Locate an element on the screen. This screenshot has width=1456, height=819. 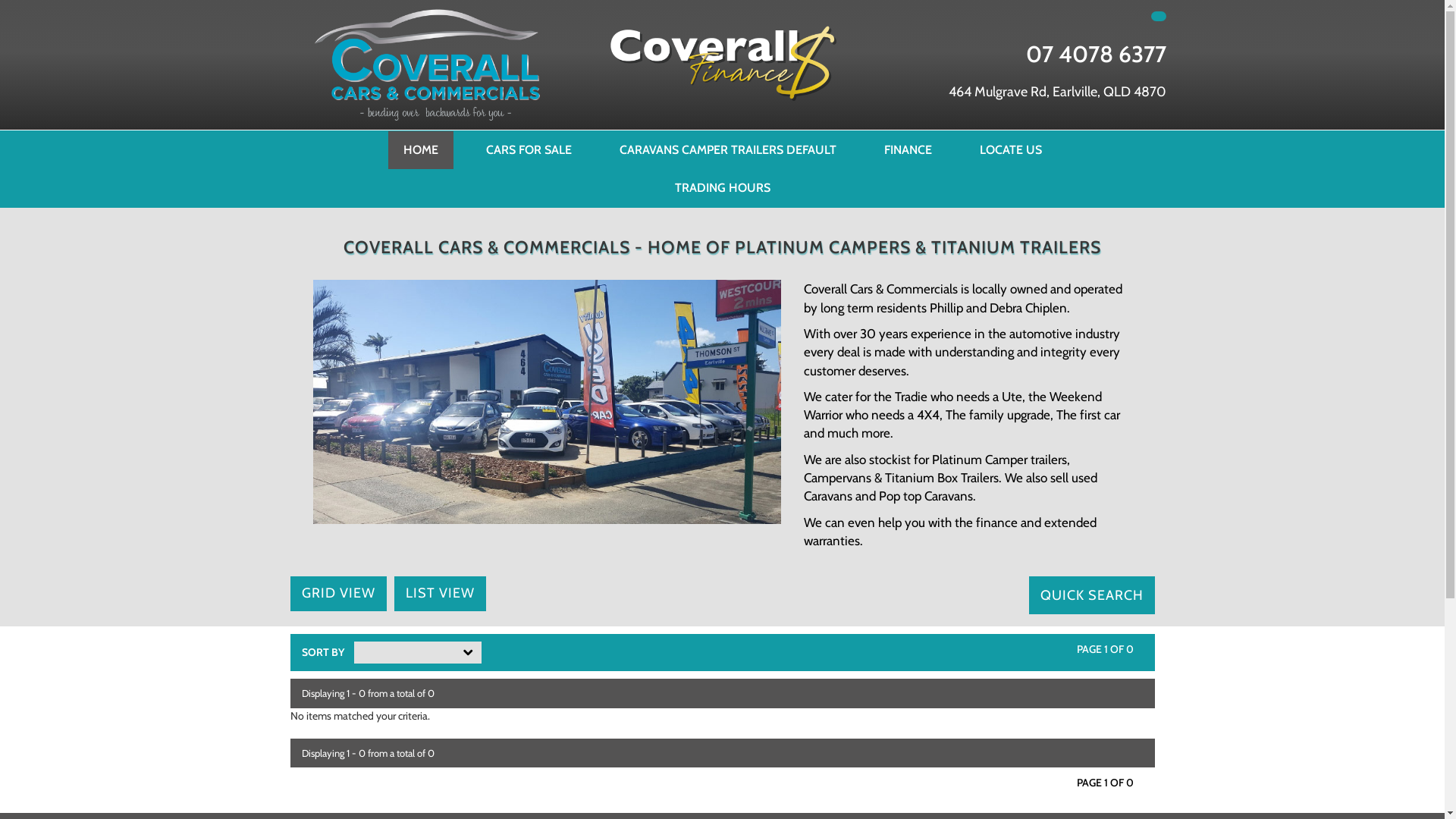
'07 4078 6377' is located at coordinates (1095, 53).